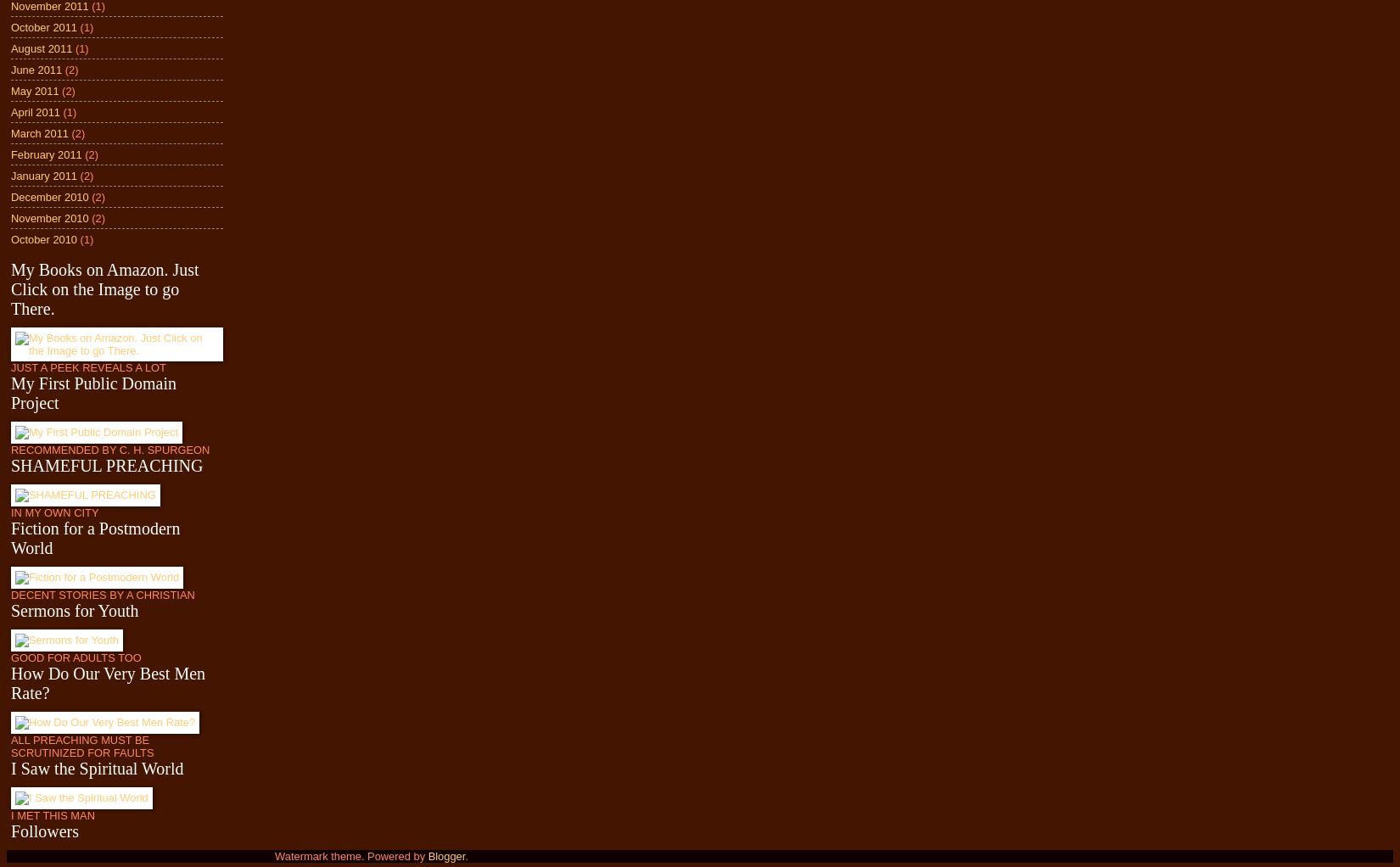 Image resolution: width=1400 pixels, height=867 pixels. Describe the element at coordinates (43, 238) in the screenshot. I see `'October 2010'` at that location.